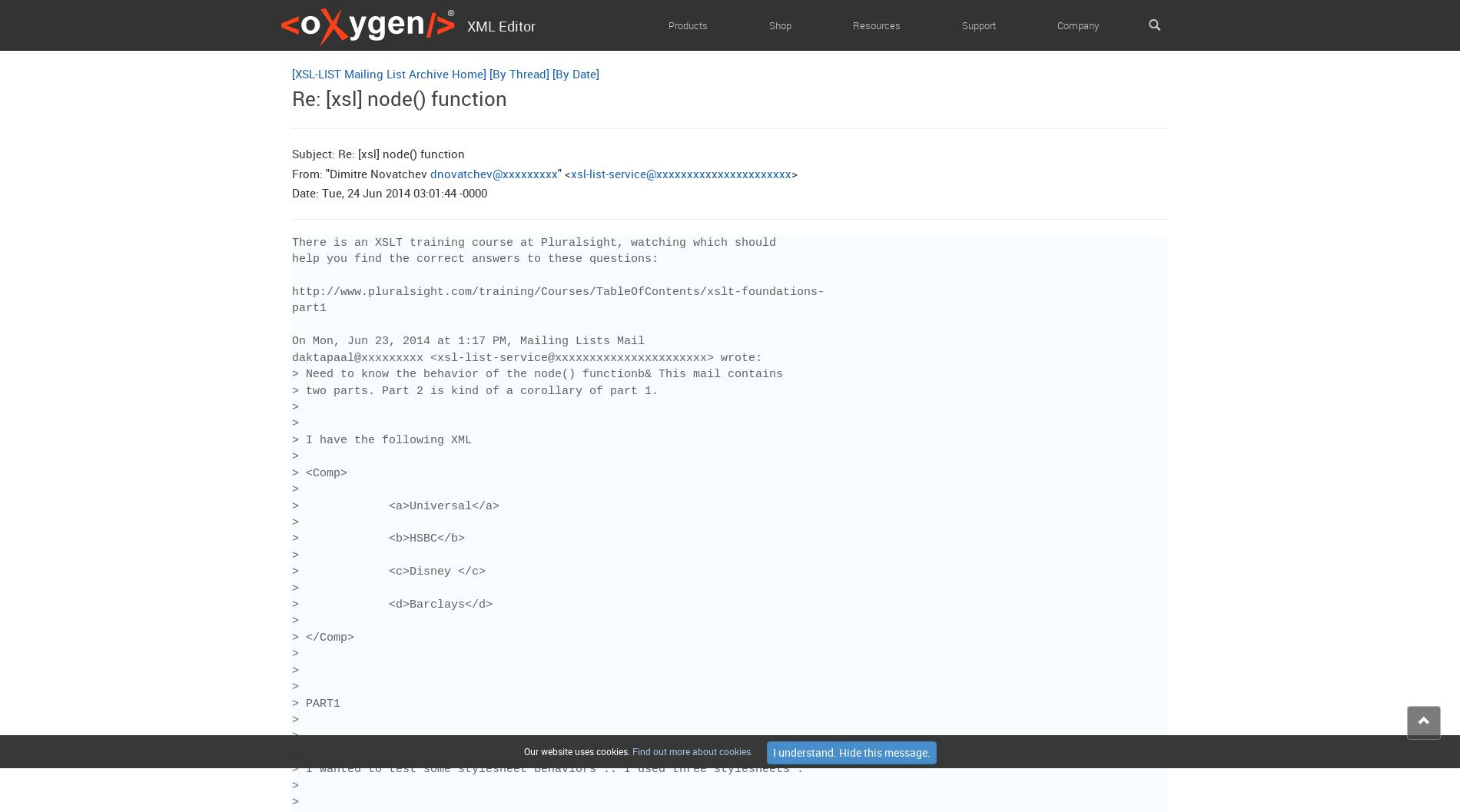  I want to click on 'Re: [xsl] node() function', so click(400, 98).